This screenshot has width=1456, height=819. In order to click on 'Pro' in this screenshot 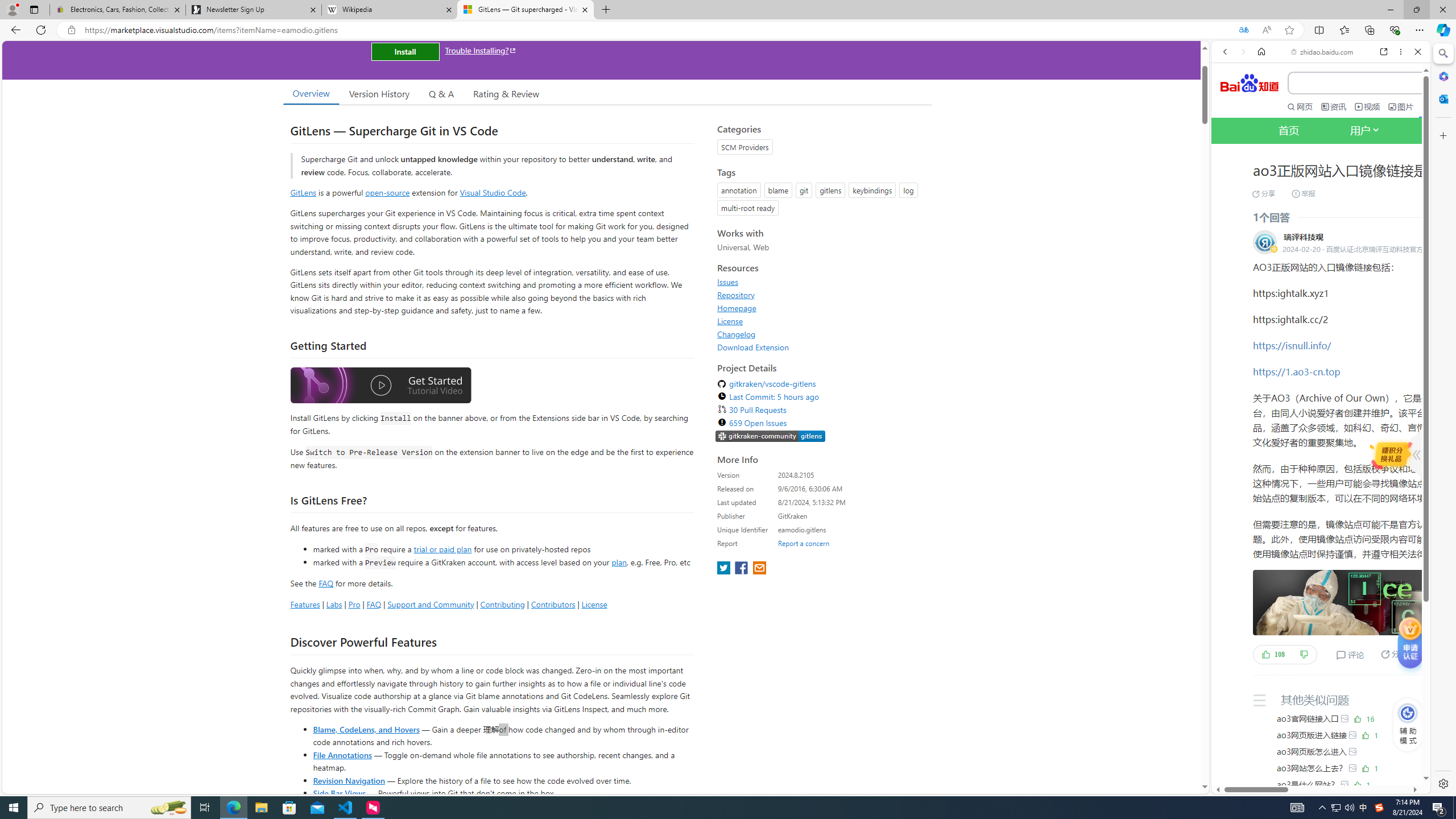, I will do `click(354, 603)`.